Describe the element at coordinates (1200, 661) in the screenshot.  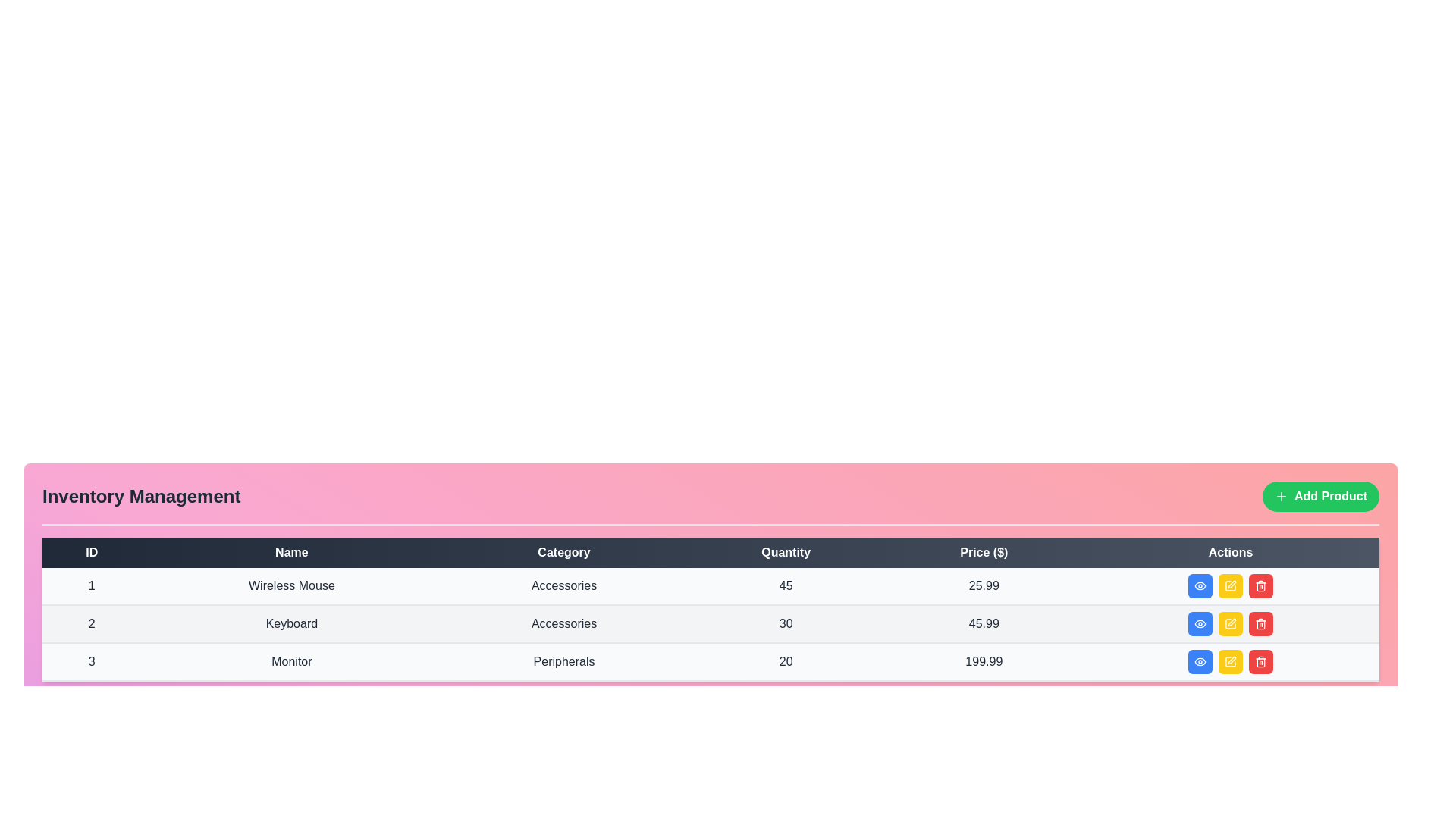
I see `the eye-shaped icon button with a blue circular background located in the third row of the 'Actions' column` at that location.